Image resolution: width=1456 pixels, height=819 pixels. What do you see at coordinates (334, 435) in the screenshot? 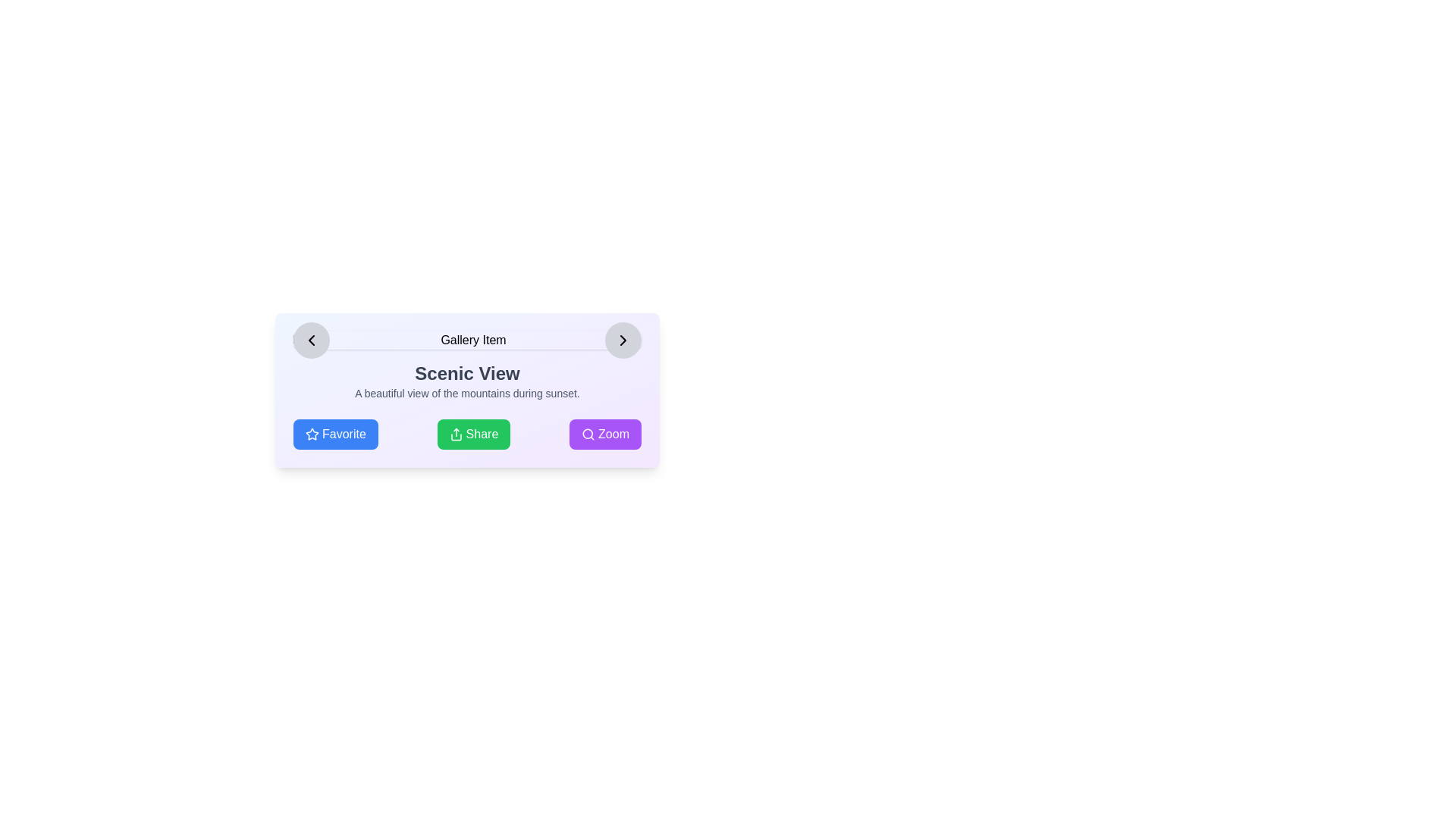
I see `the leftmost button in the horizontal arrangement of three buttons at the bottom of the 'Scenic View' section to mark the associated item as a favorite` at bounding box center [334, 435].